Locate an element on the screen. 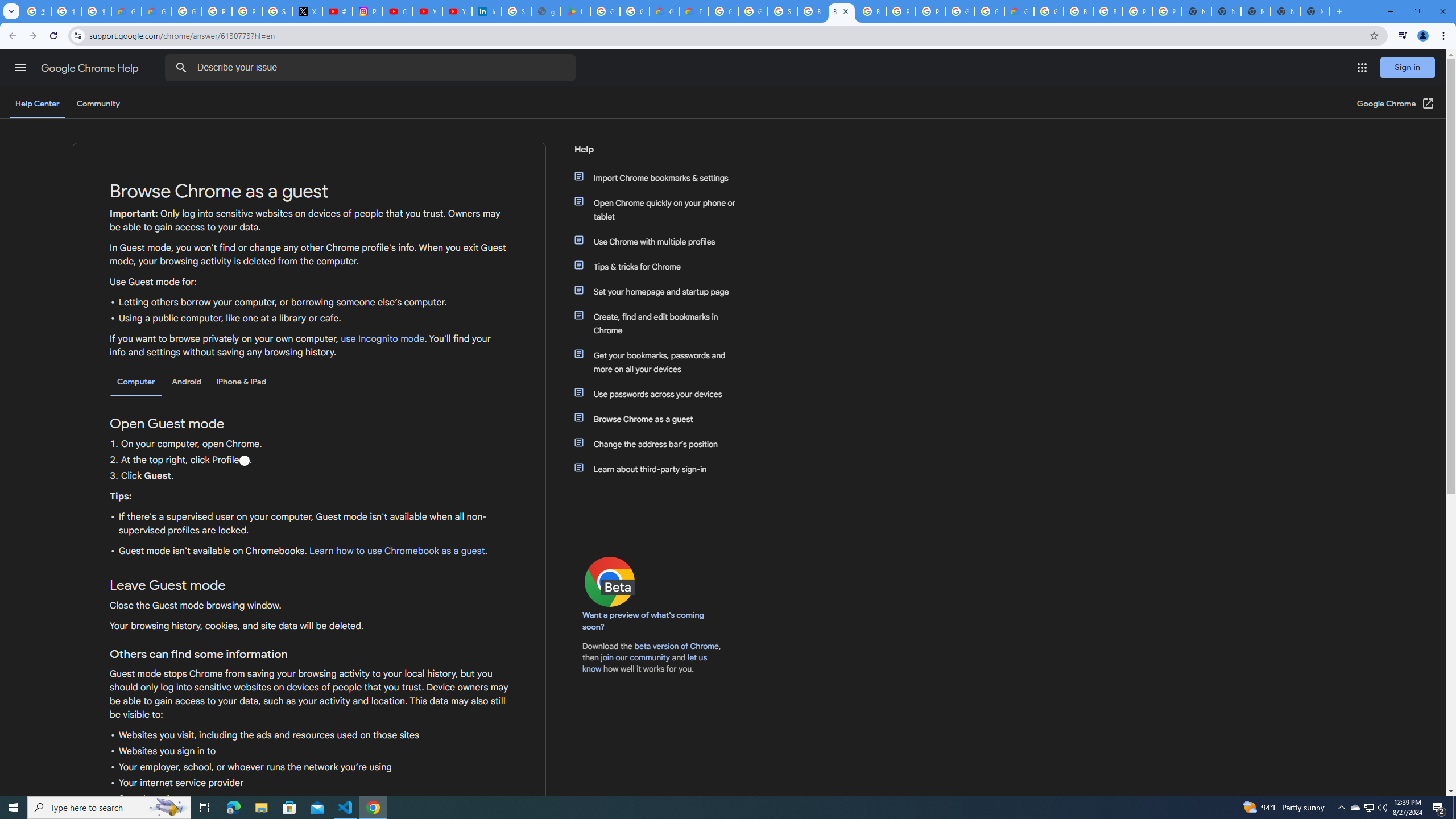 This screenshot has width=1456, height=819. 'New Tab' is located at coordinates (1314, 11).